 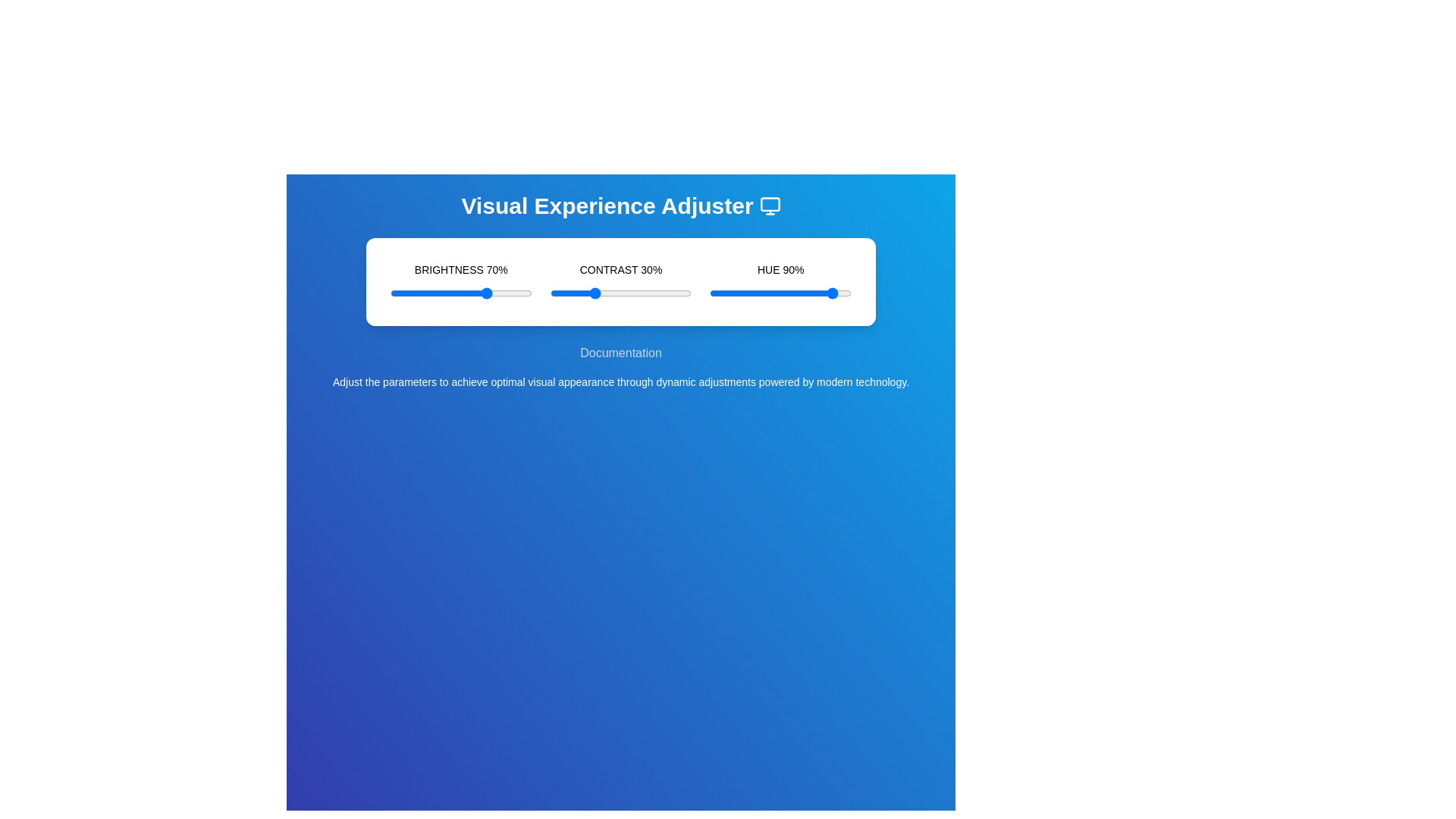 I want to click on the hue slider to 9%, so click(x=722, y=293).